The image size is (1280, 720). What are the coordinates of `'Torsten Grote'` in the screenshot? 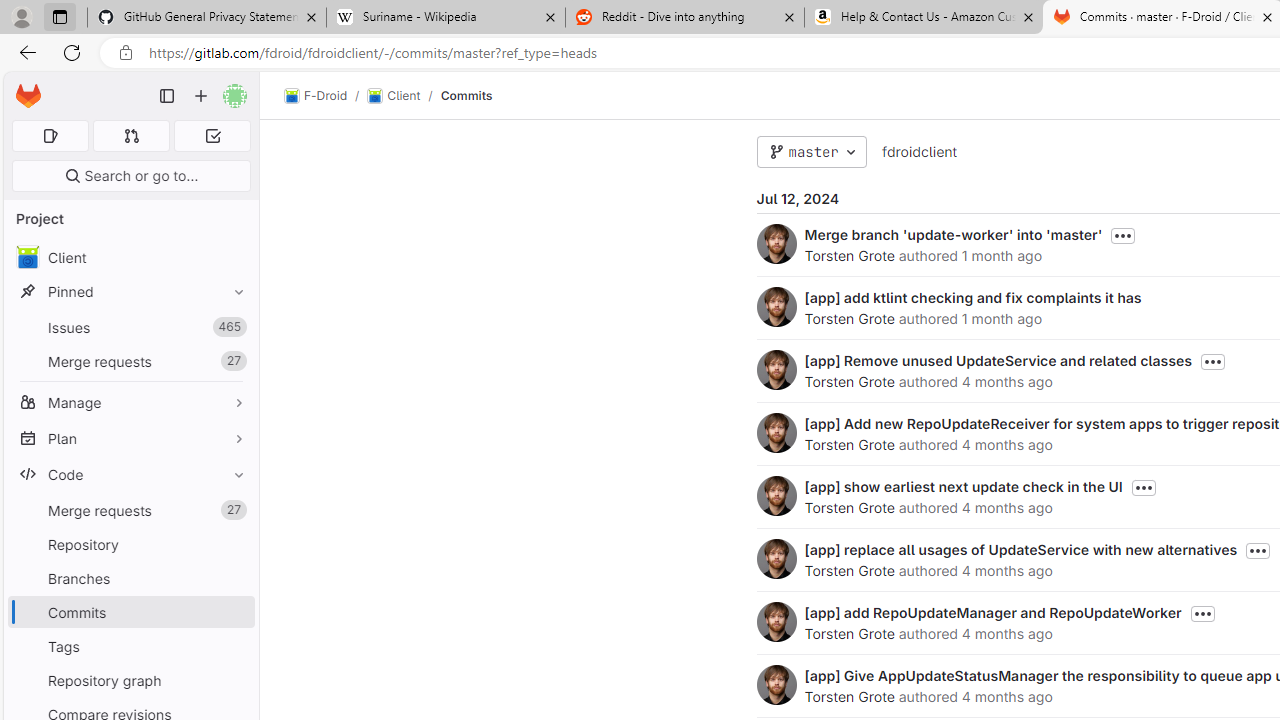 It's located at (849, 695).